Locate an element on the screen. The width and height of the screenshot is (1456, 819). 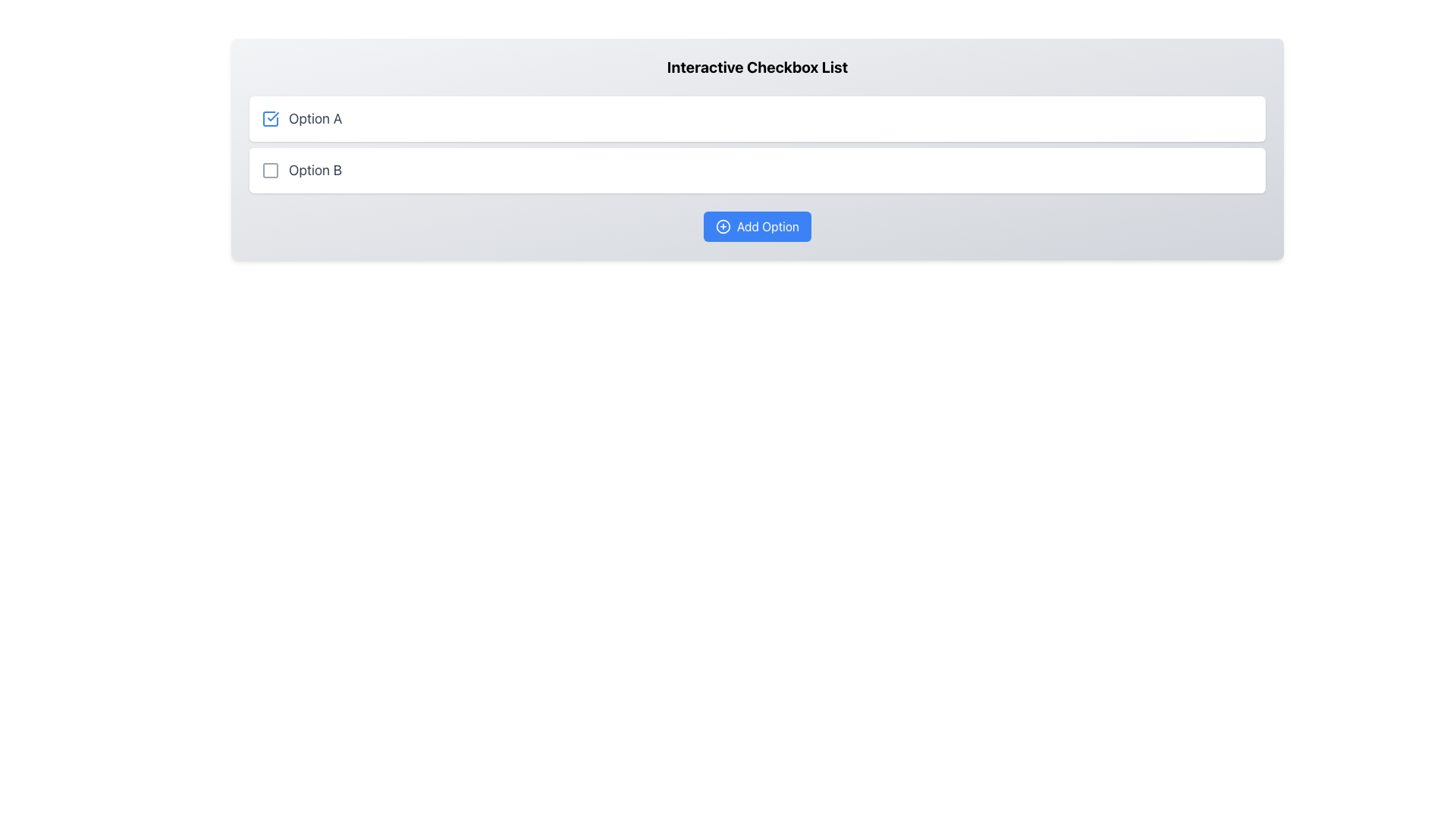
the action button for adding a new option to the list of checkboxes is located at coordinates (757, 227).